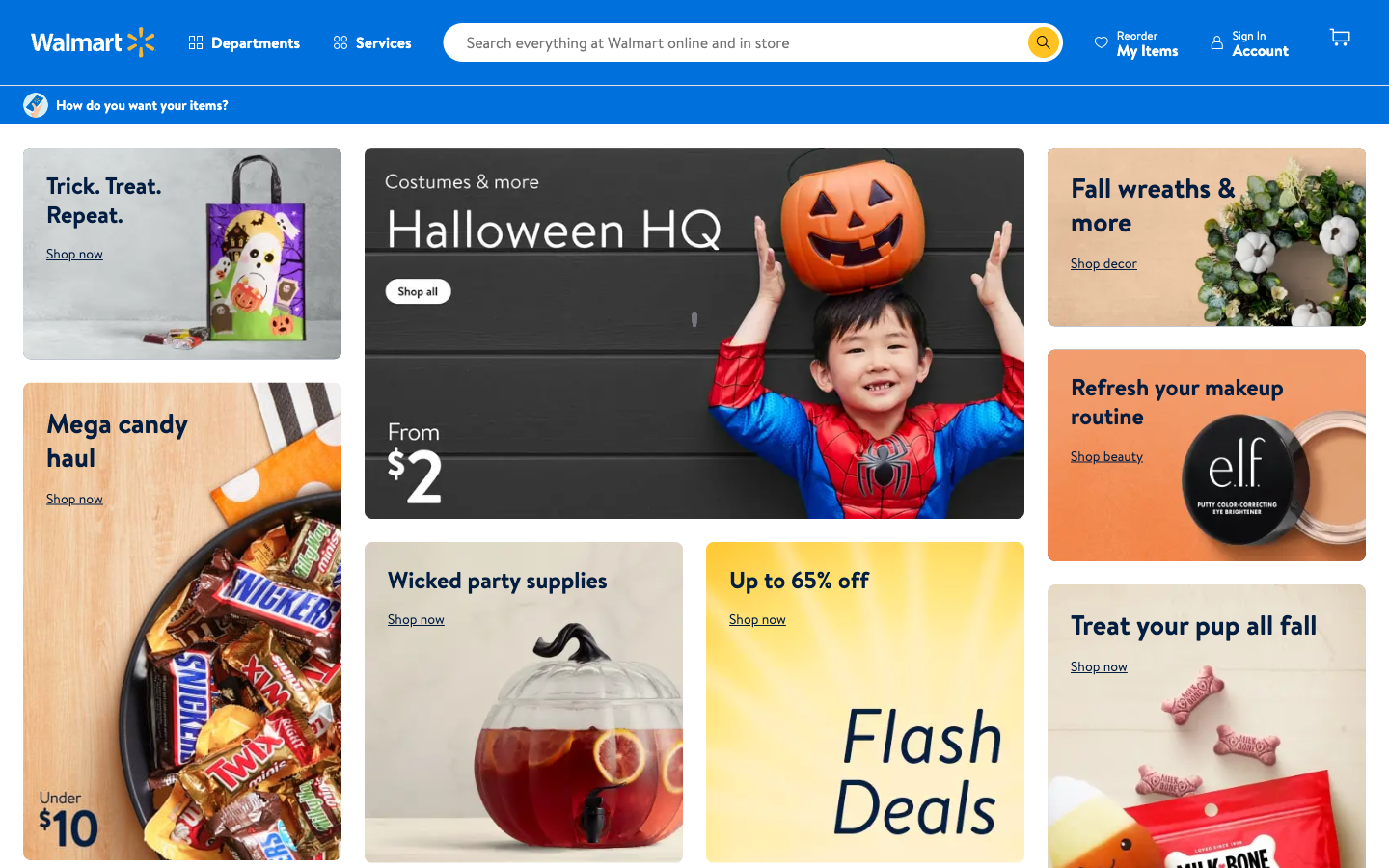  What do you see at coordinates (863, 701) in the screenshot?
I see `the Flash Deals offerings` at bounding box center [863, 701].